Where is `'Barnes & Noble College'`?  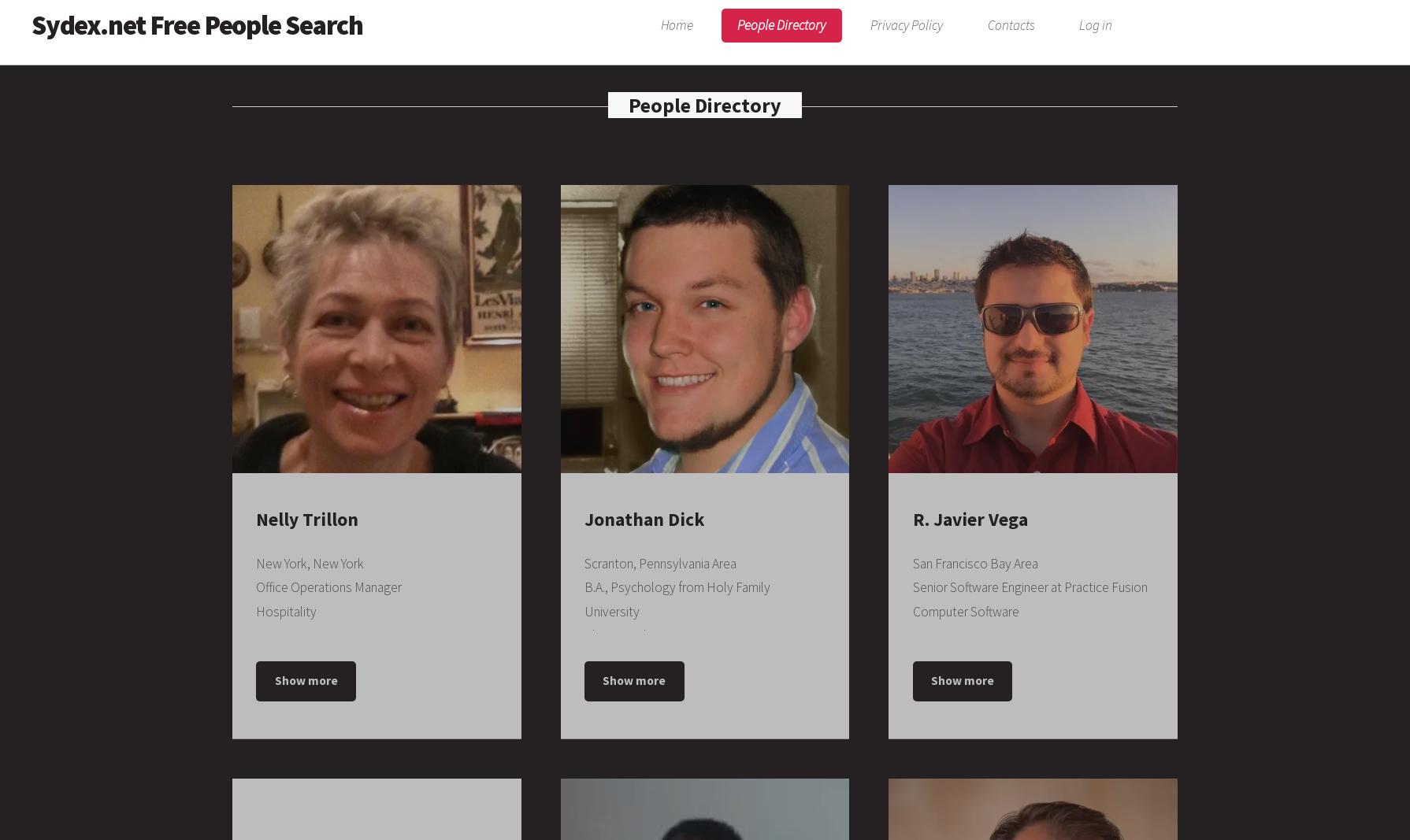
'Barnes & Noble College' is located at coordinates (651, 801).